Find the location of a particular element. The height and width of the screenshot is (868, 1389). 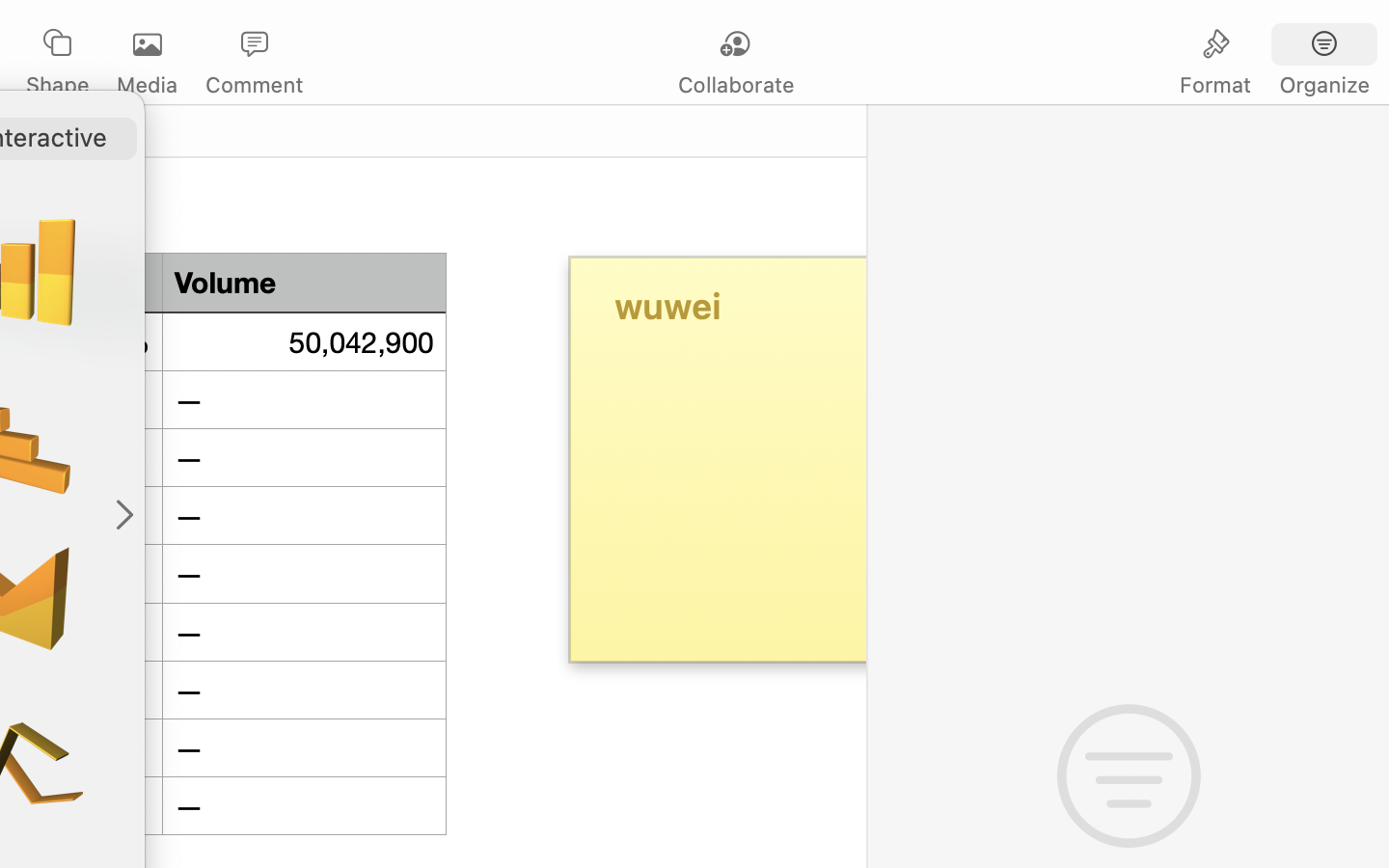

'Format' is located at coordinates (1214, 84).